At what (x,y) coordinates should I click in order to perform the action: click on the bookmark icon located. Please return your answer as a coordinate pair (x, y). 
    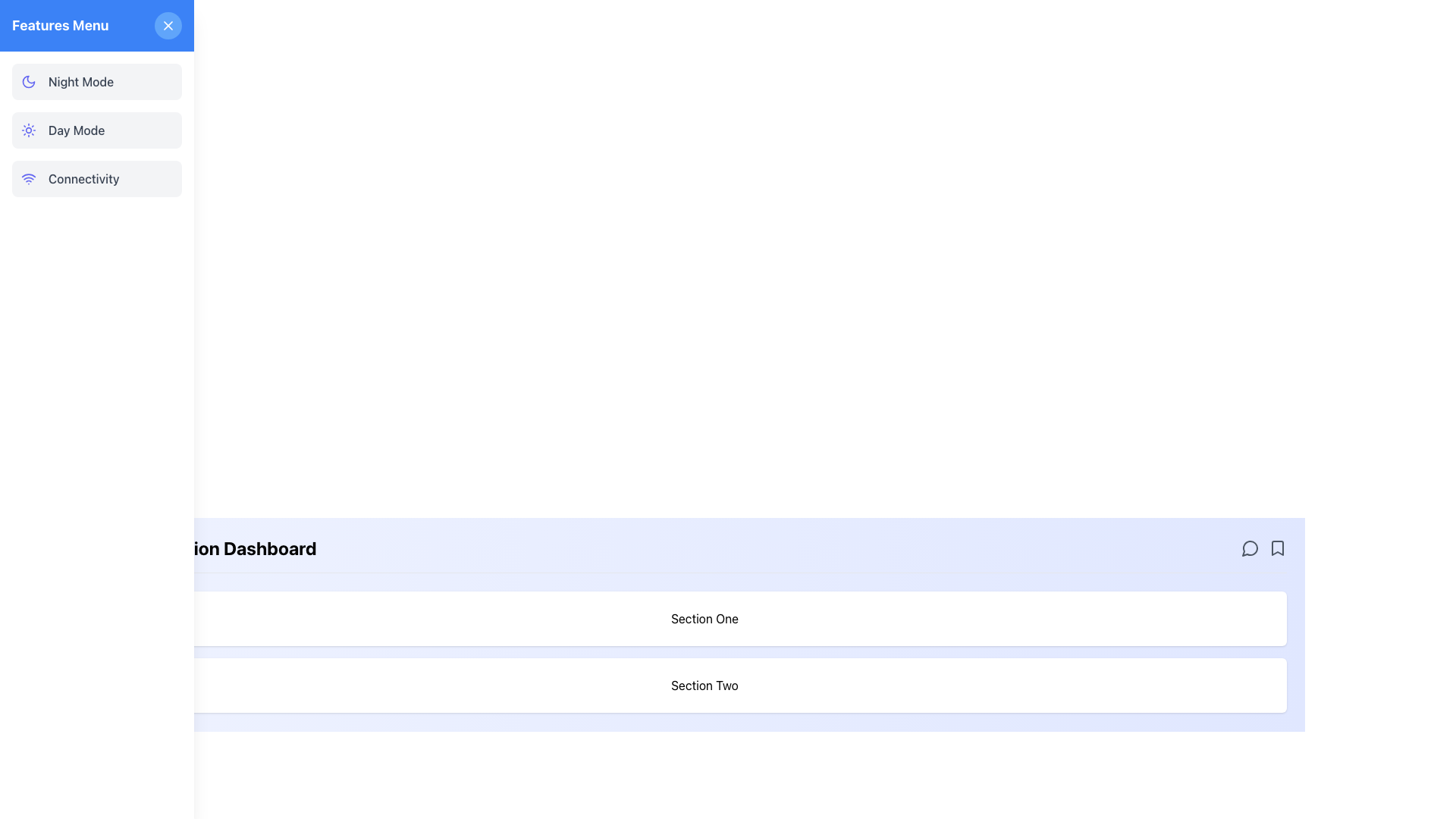
    Looking at the image, I should click on (1276, 548).